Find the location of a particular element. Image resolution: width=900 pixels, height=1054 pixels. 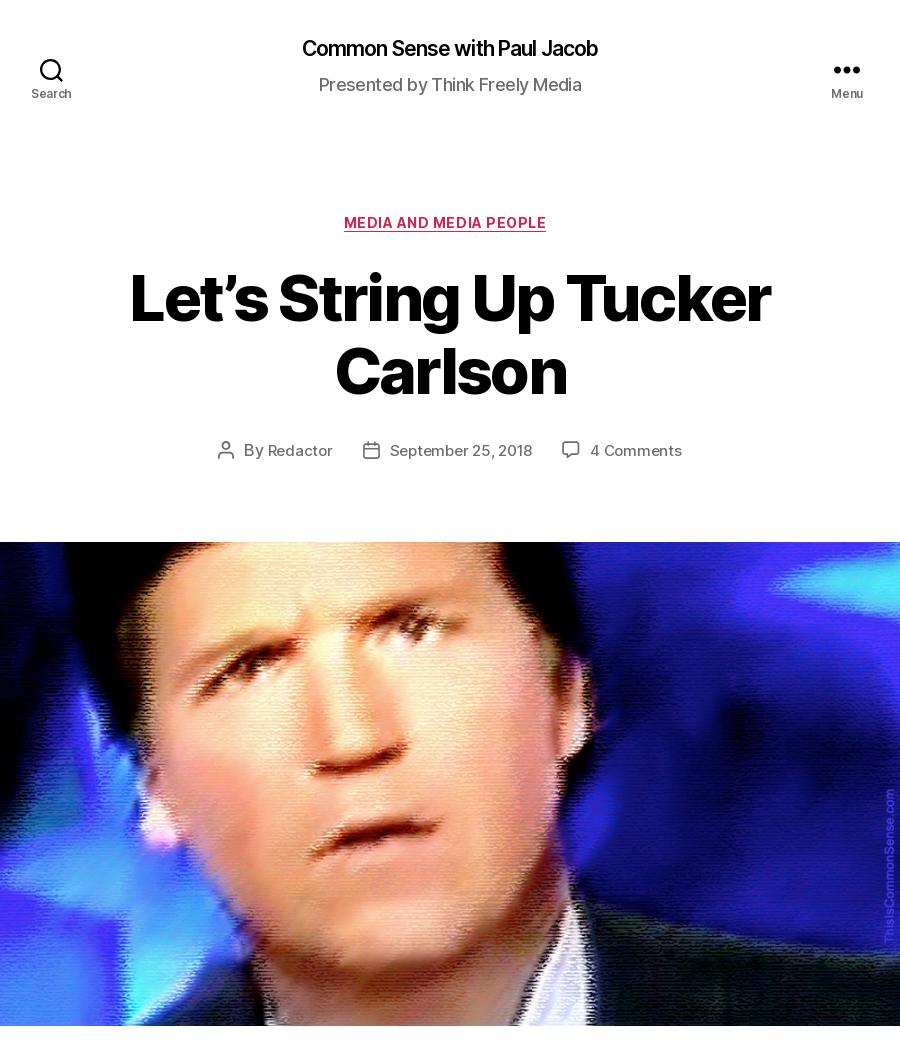

'Your gift to' is located at coordinates (511, 565).